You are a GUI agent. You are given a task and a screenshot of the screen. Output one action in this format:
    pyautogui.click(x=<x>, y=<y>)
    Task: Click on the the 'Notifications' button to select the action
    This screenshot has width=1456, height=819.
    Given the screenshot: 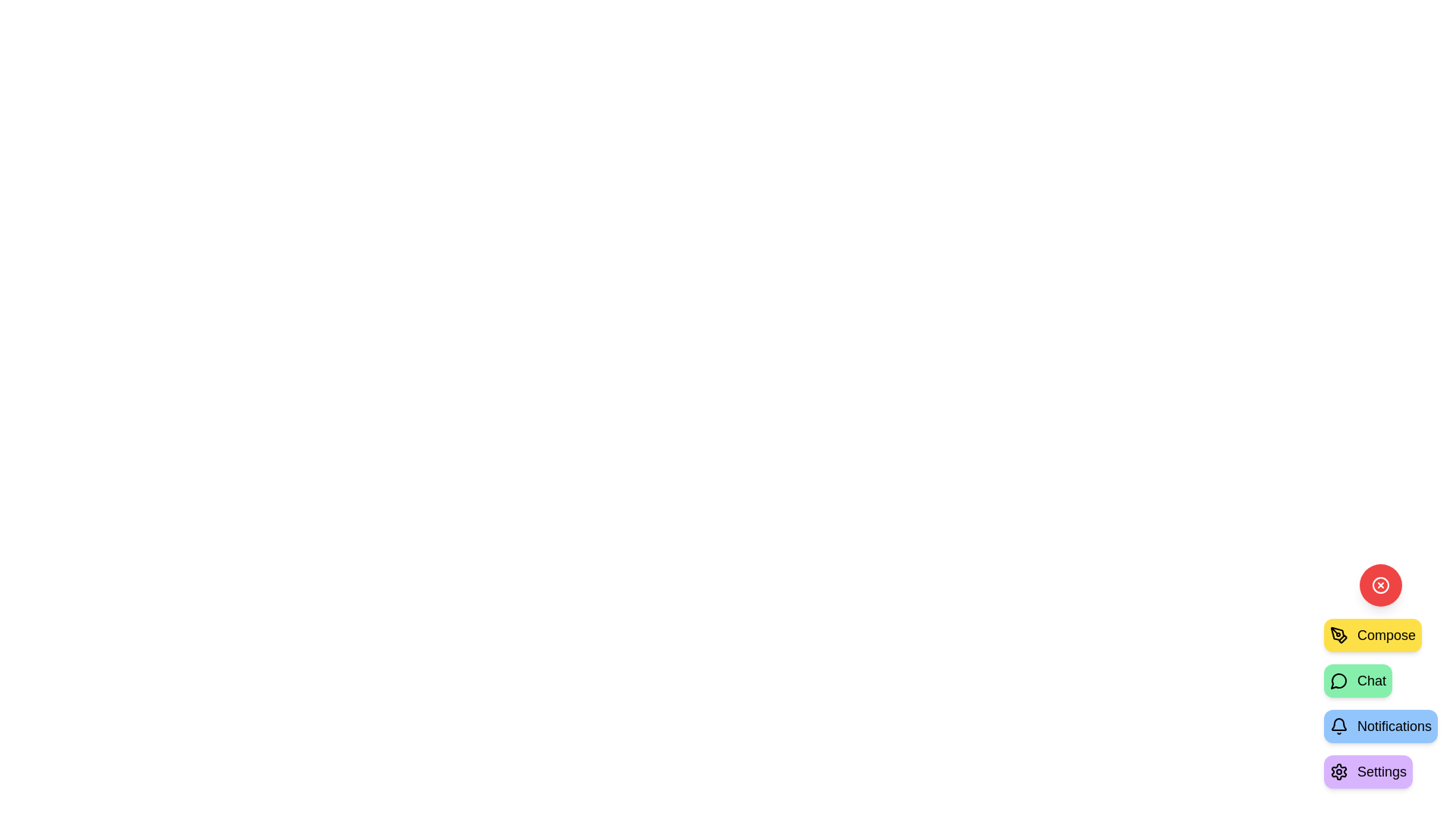 What is the action you would take?
    pyautogui.click(x=1380, y=725)
    